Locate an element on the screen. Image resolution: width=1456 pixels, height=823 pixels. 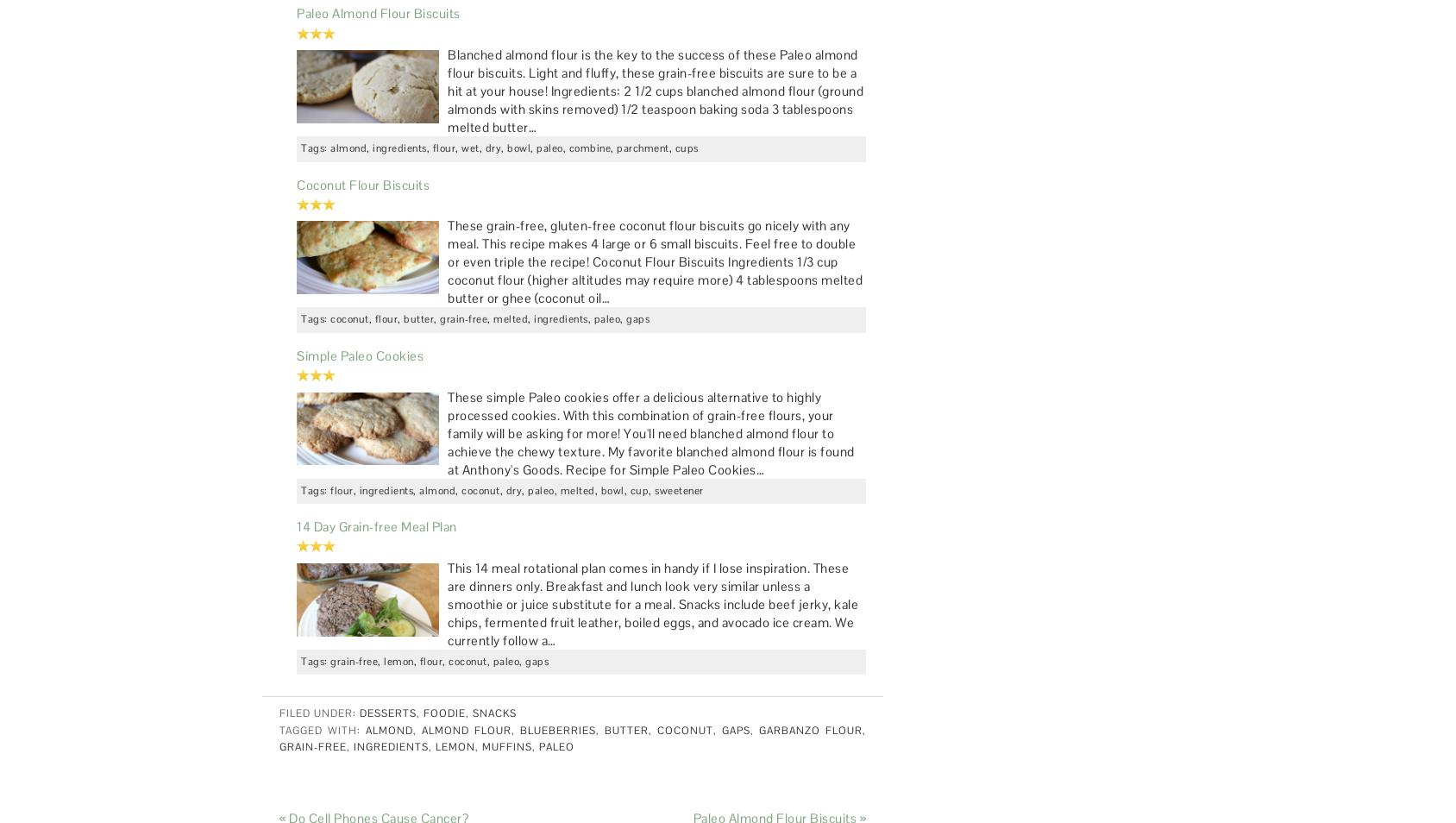
'coconut' is located at coordinates (685, 730).